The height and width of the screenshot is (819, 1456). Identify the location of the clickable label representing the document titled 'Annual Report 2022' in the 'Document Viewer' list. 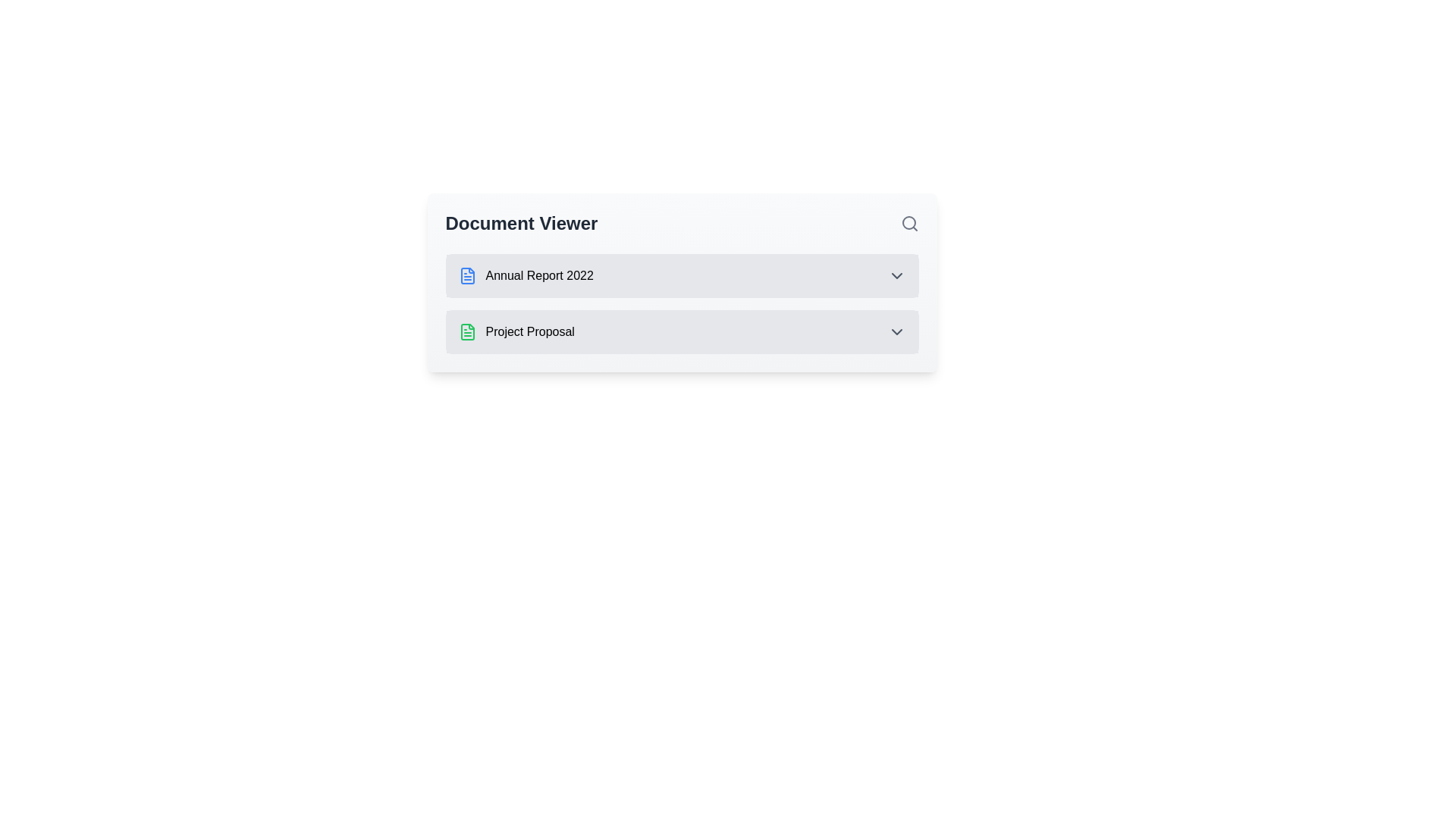
(526, 275).